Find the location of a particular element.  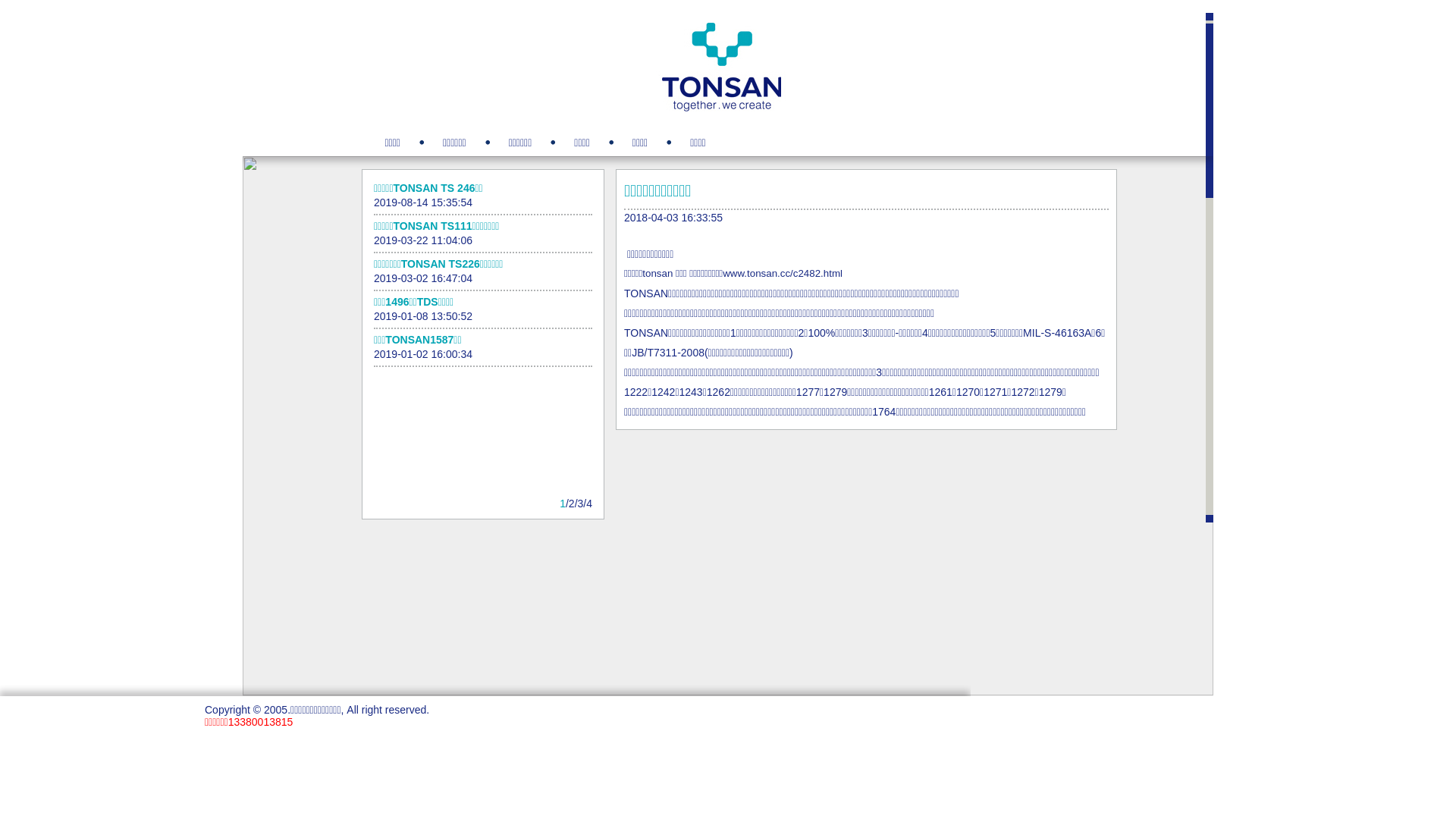

'1' is located at coordinates (562, 503).